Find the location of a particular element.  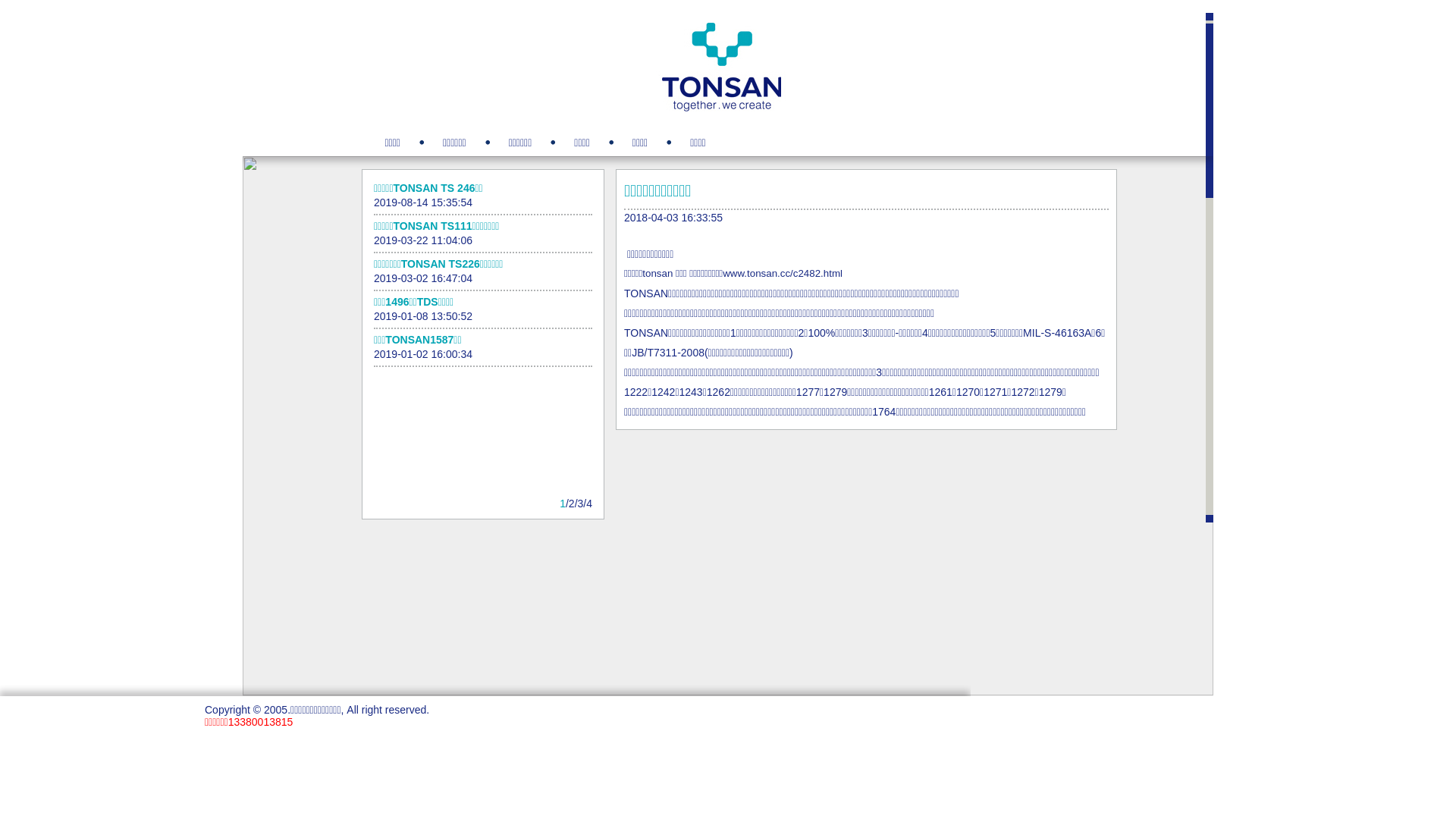

'1' is located at coordinates (562, 503).